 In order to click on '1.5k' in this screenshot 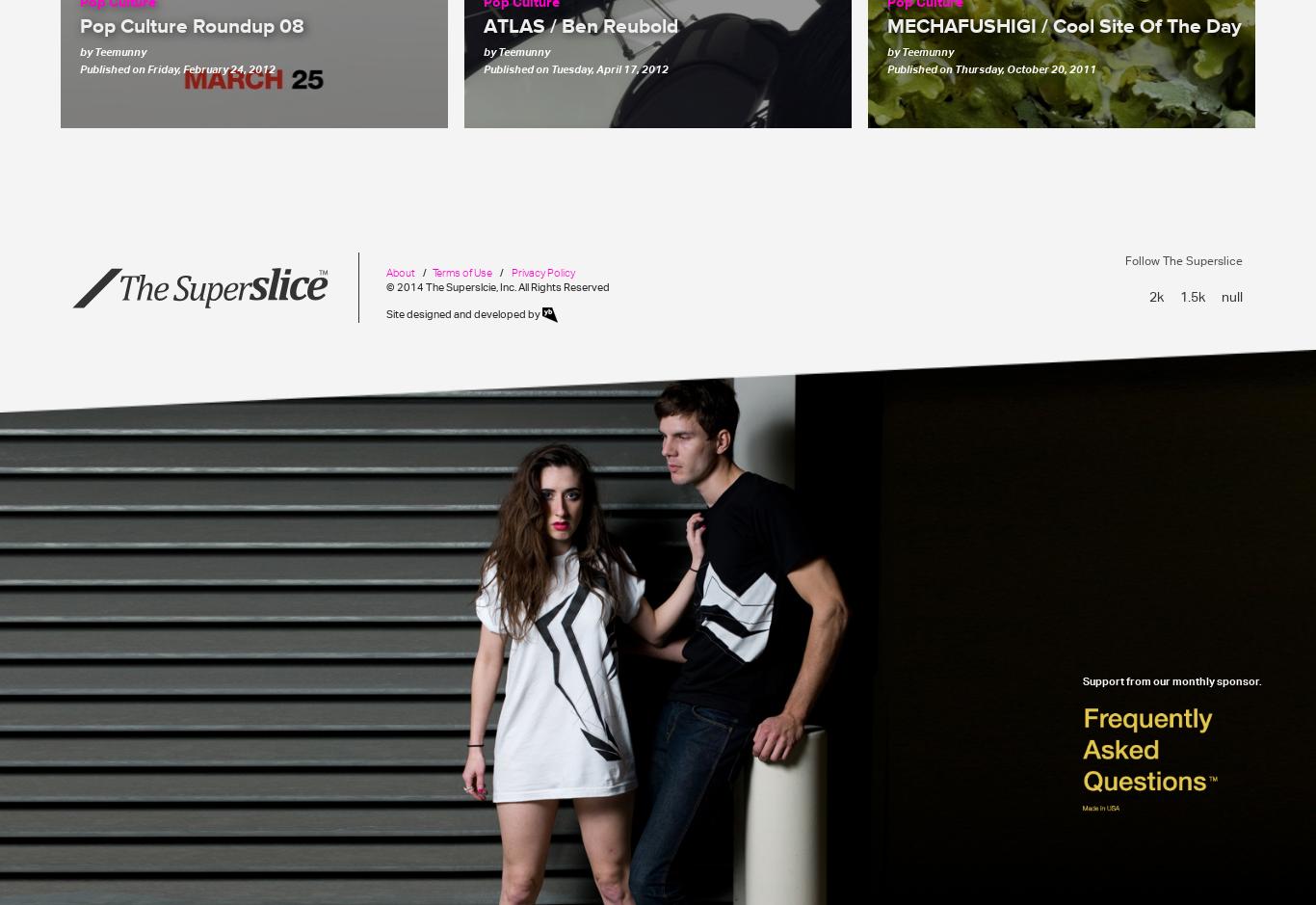, I will do `click(1192, 295)`.